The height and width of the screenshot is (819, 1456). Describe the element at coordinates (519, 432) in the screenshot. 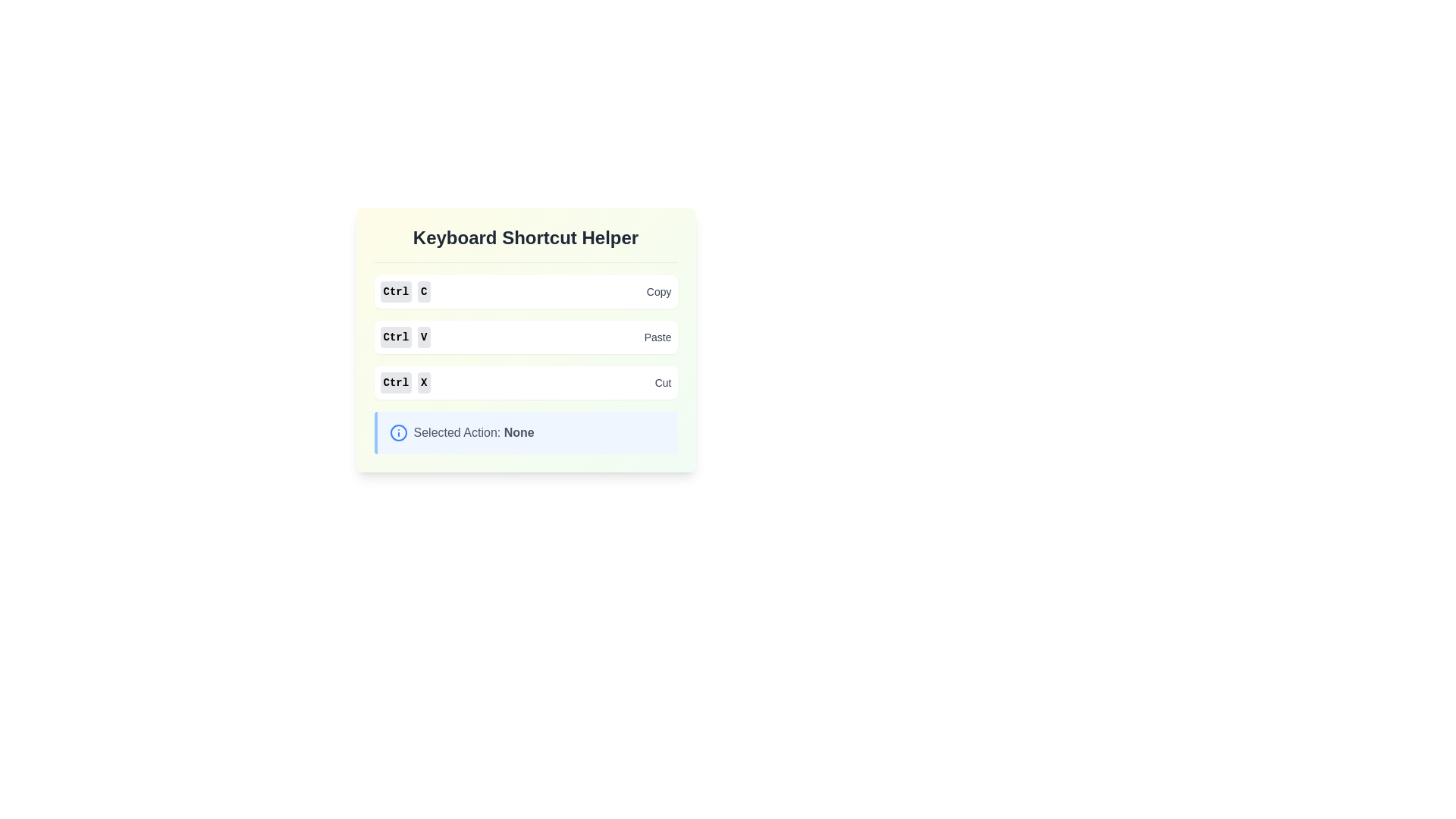

I see `the text label displaying 'None'` at that location.